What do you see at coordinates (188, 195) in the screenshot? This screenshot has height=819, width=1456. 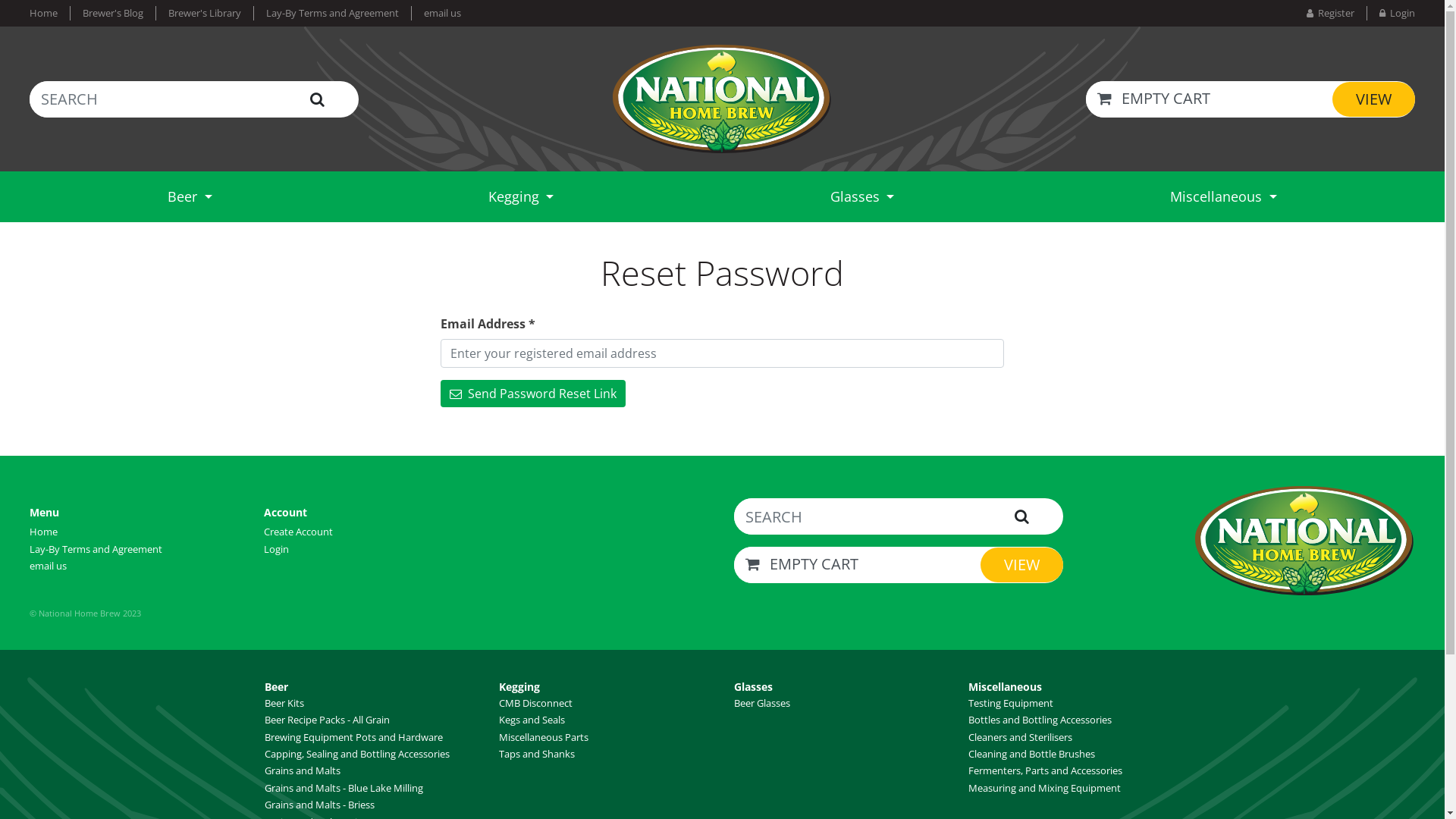 I see `'Beer'` at bounding box center [188, 195].